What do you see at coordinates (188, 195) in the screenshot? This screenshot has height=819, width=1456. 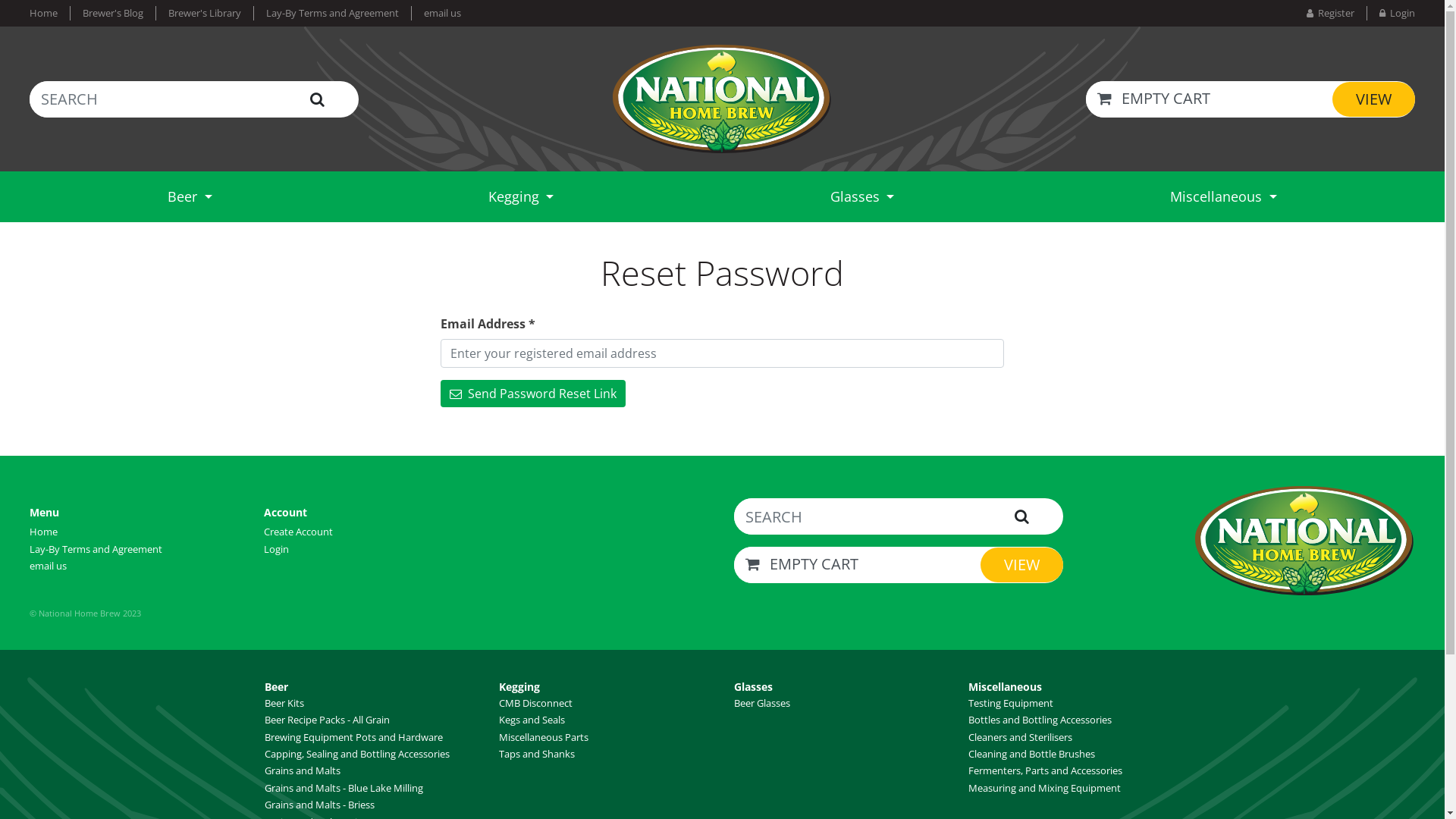 I see `'Beer'` at bounding box center [188, 195].